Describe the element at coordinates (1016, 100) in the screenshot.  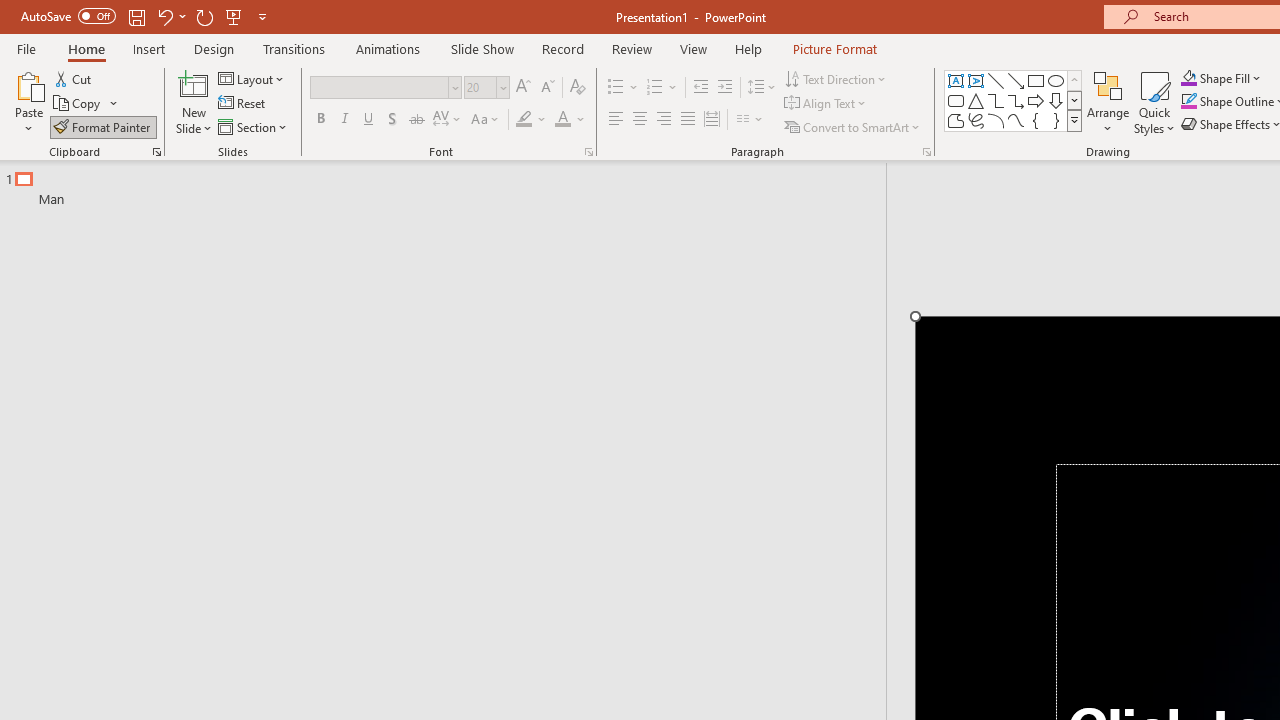
I see `'Connector: Elbow Arrow'` at that location.